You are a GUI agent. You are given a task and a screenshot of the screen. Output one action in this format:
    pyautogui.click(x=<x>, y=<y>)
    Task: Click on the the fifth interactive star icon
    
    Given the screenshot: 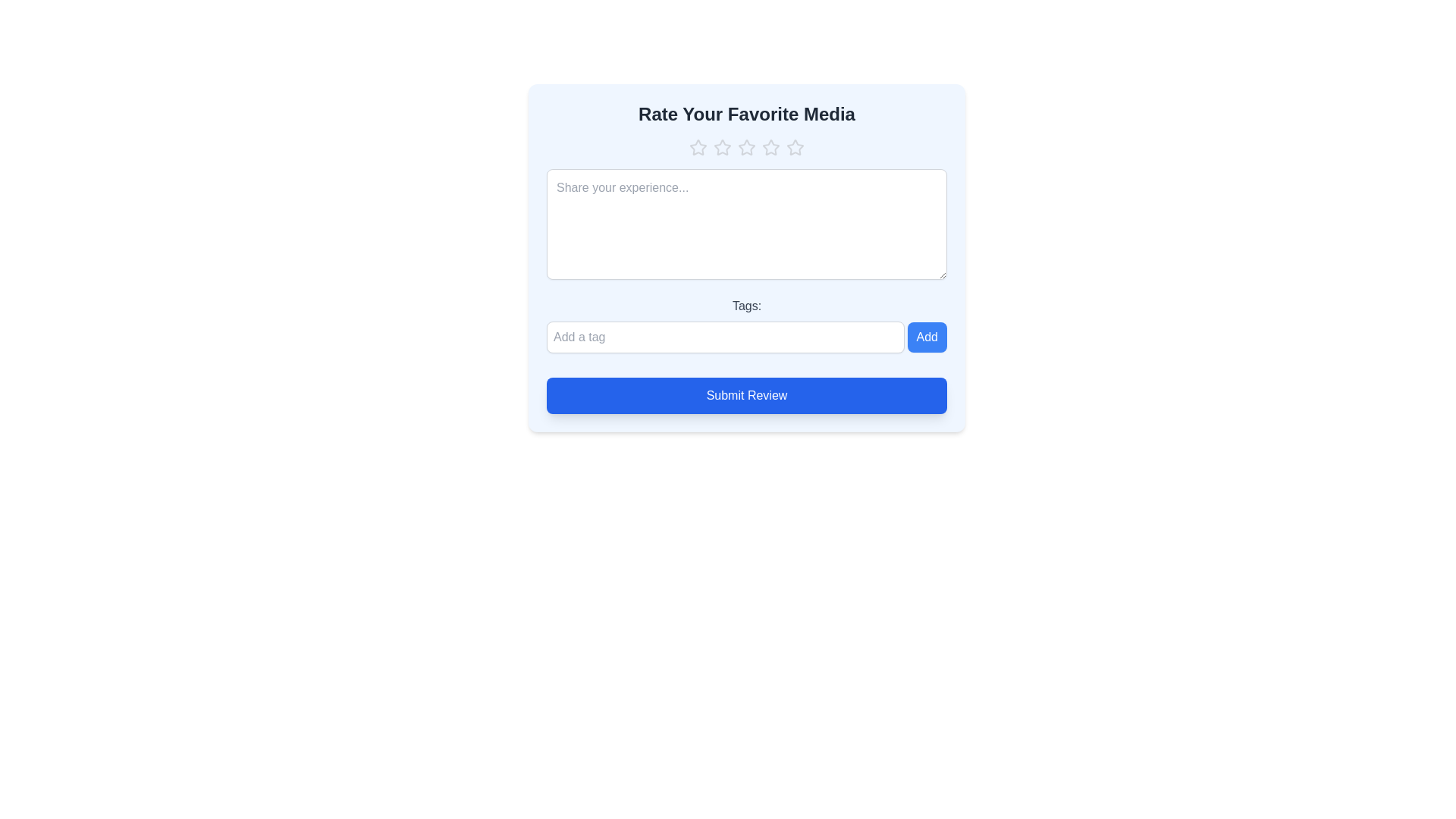 What is the action you would take?
    pyautogui.click(x=795, y=148)
    